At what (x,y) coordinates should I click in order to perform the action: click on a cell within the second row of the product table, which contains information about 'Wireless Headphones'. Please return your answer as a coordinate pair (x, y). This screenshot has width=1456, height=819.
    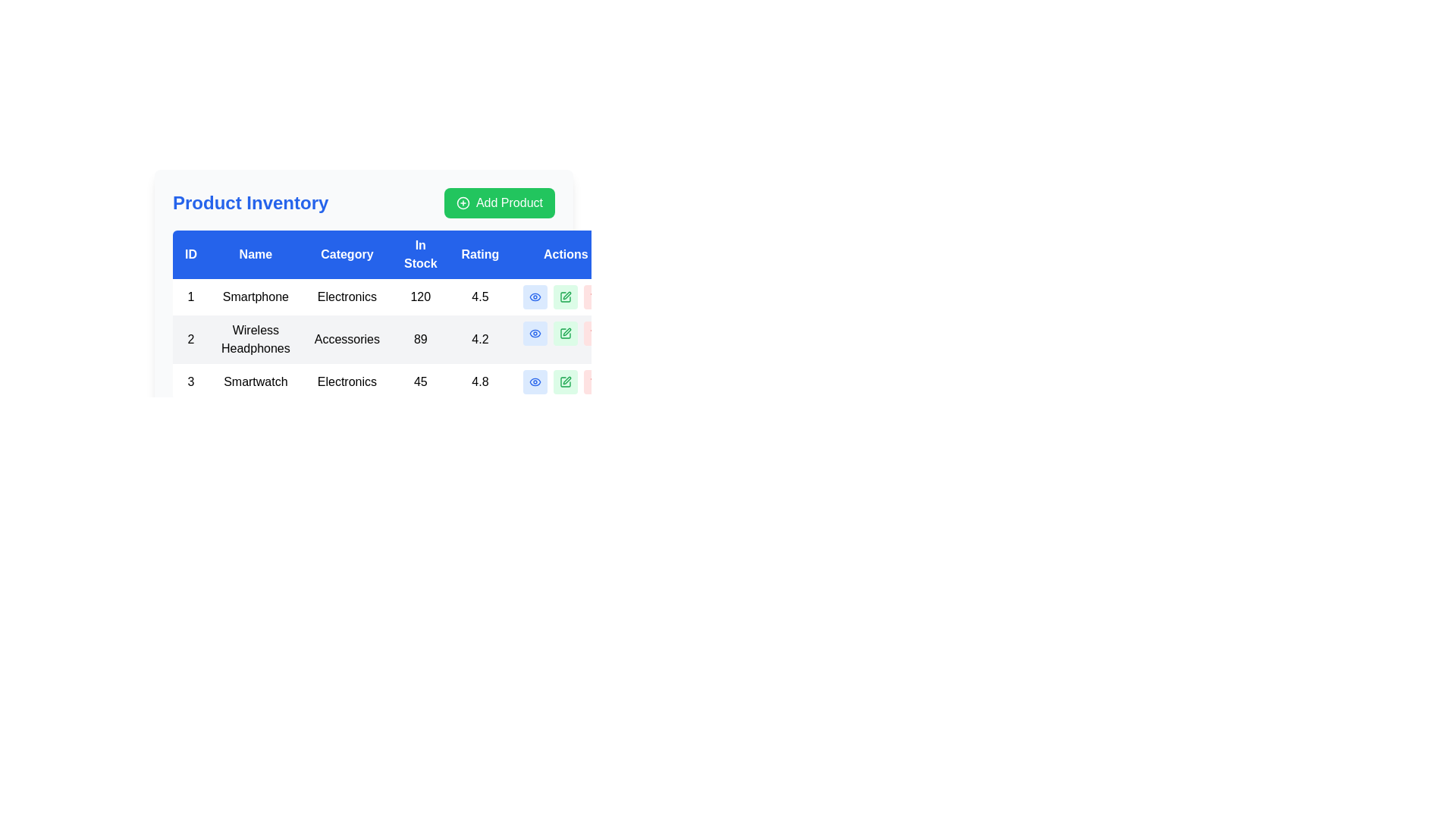
    Looking at the image, I should click on (397, 338).